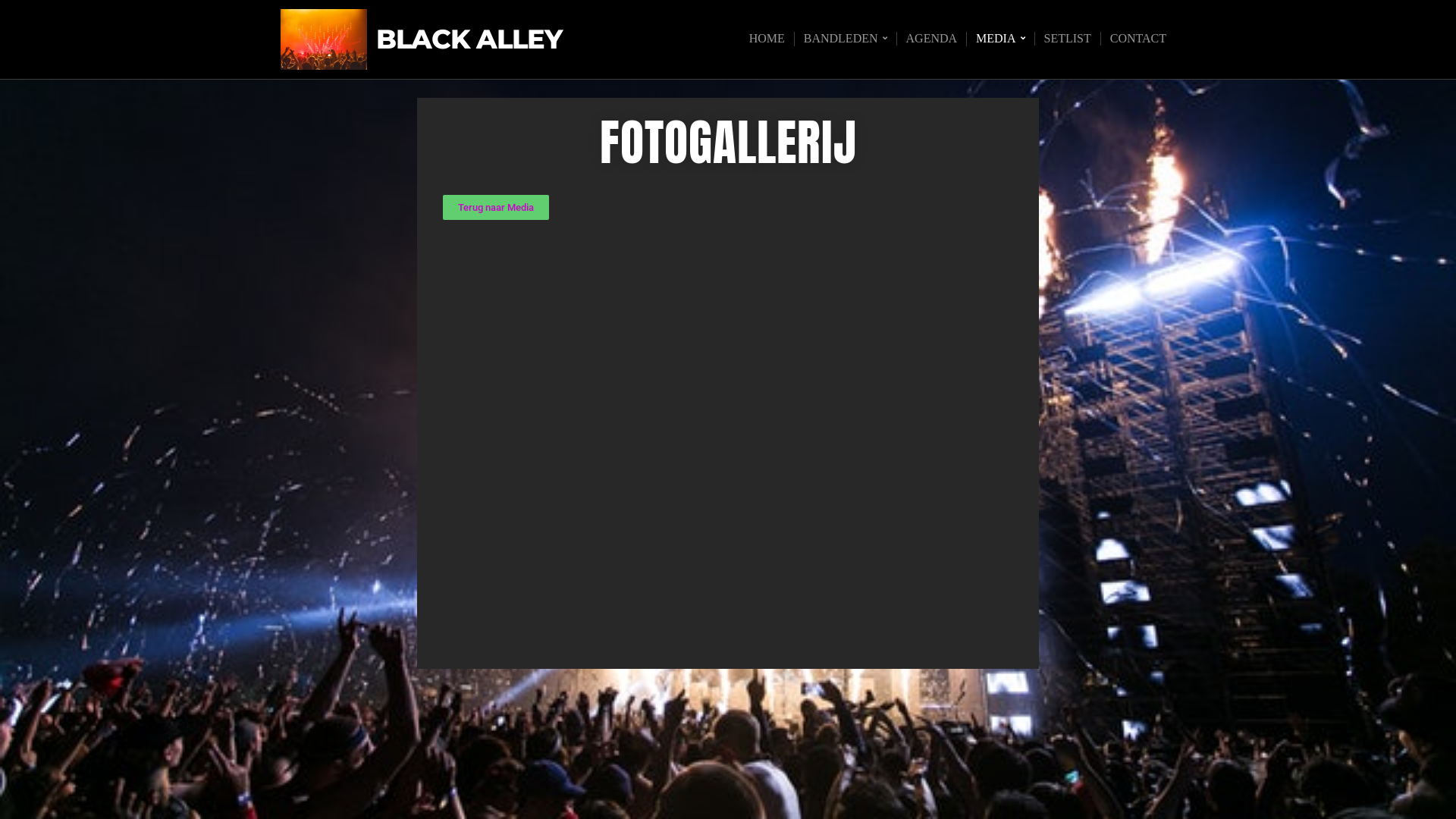 The height and width of the screenshot is (819, 1456). Describe the element at coordinates (930, 37) in the screenshot. I see `'AGENDA'` at that location.